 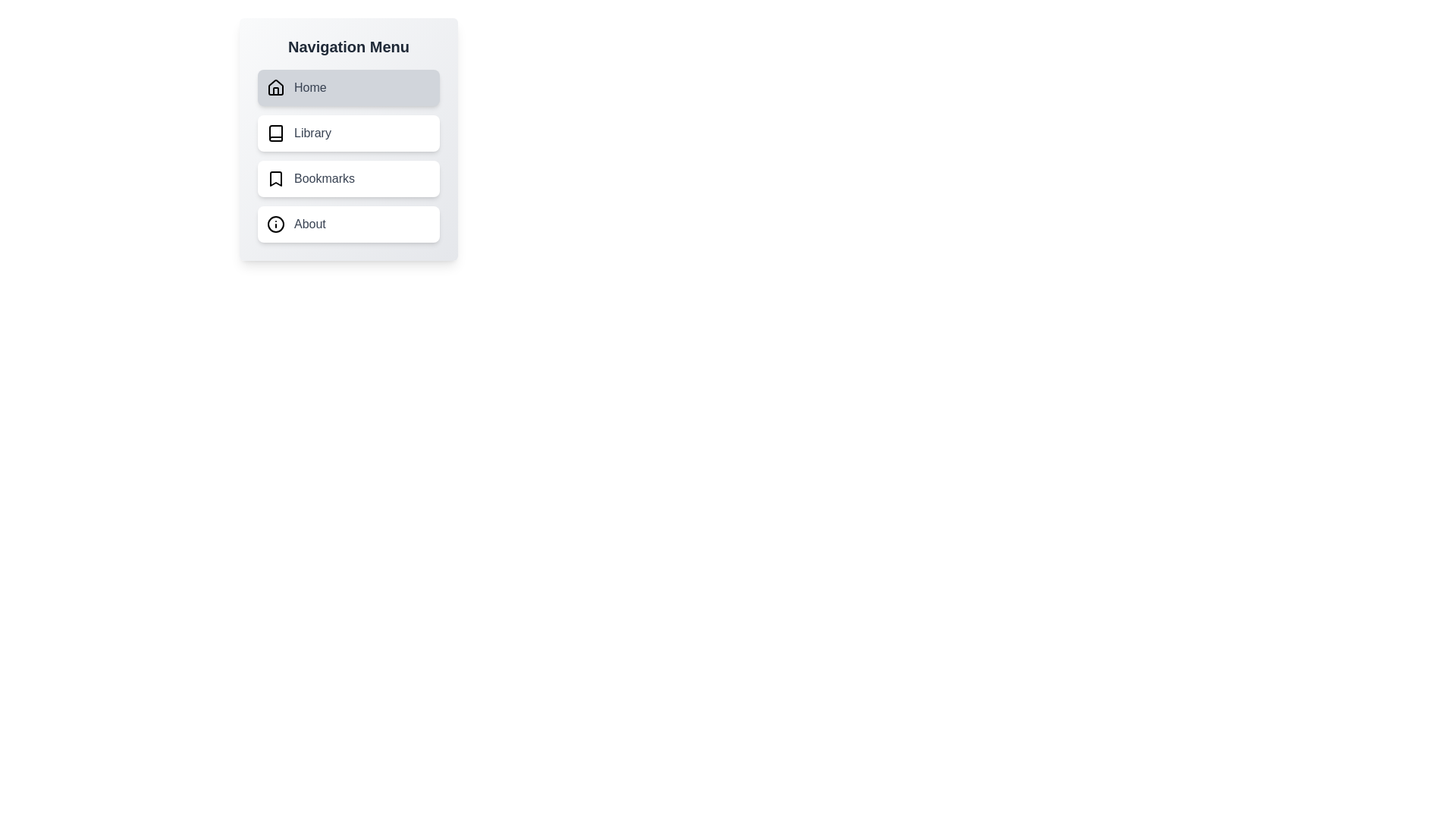 What do you see at coordinates (348, 177) in the screenshot?
I see `the menu item corresponding to Bookmarks` at bounding box center [348, 177].